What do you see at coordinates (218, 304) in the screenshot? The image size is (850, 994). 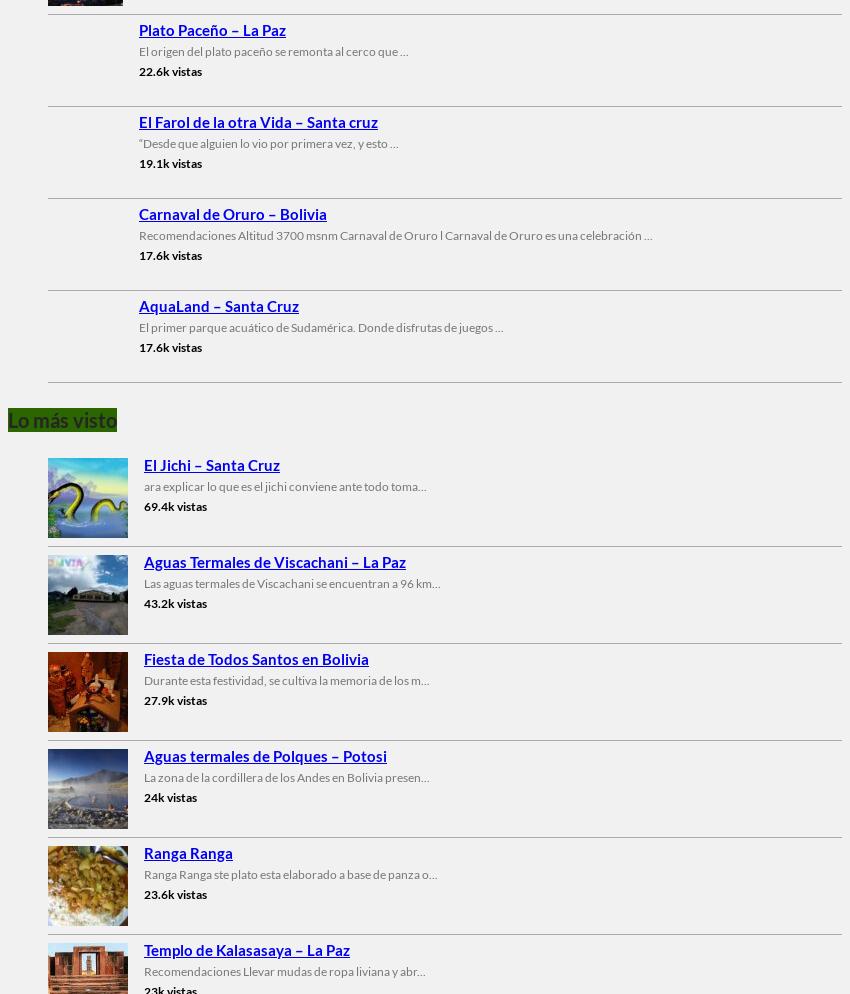 I see `'AquaLand – Santa Cruz'` at bounding box center [218, 304].